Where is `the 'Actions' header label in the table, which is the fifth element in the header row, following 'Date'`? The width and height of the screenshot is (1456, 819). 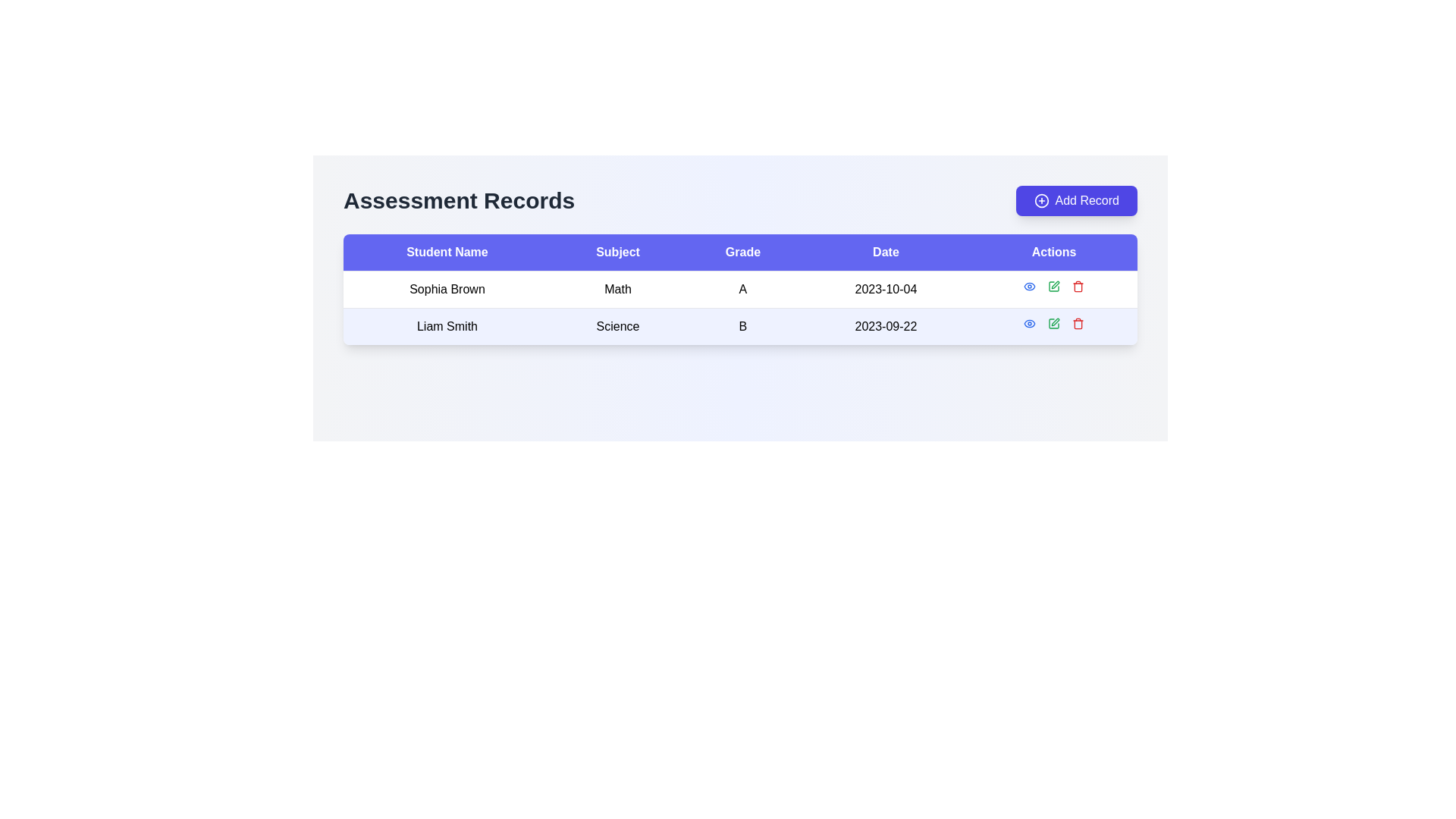
the 'Actions' header label in the table, which is the fifth element in the header row, following 'Date' is located at coordinates (1053, 252).